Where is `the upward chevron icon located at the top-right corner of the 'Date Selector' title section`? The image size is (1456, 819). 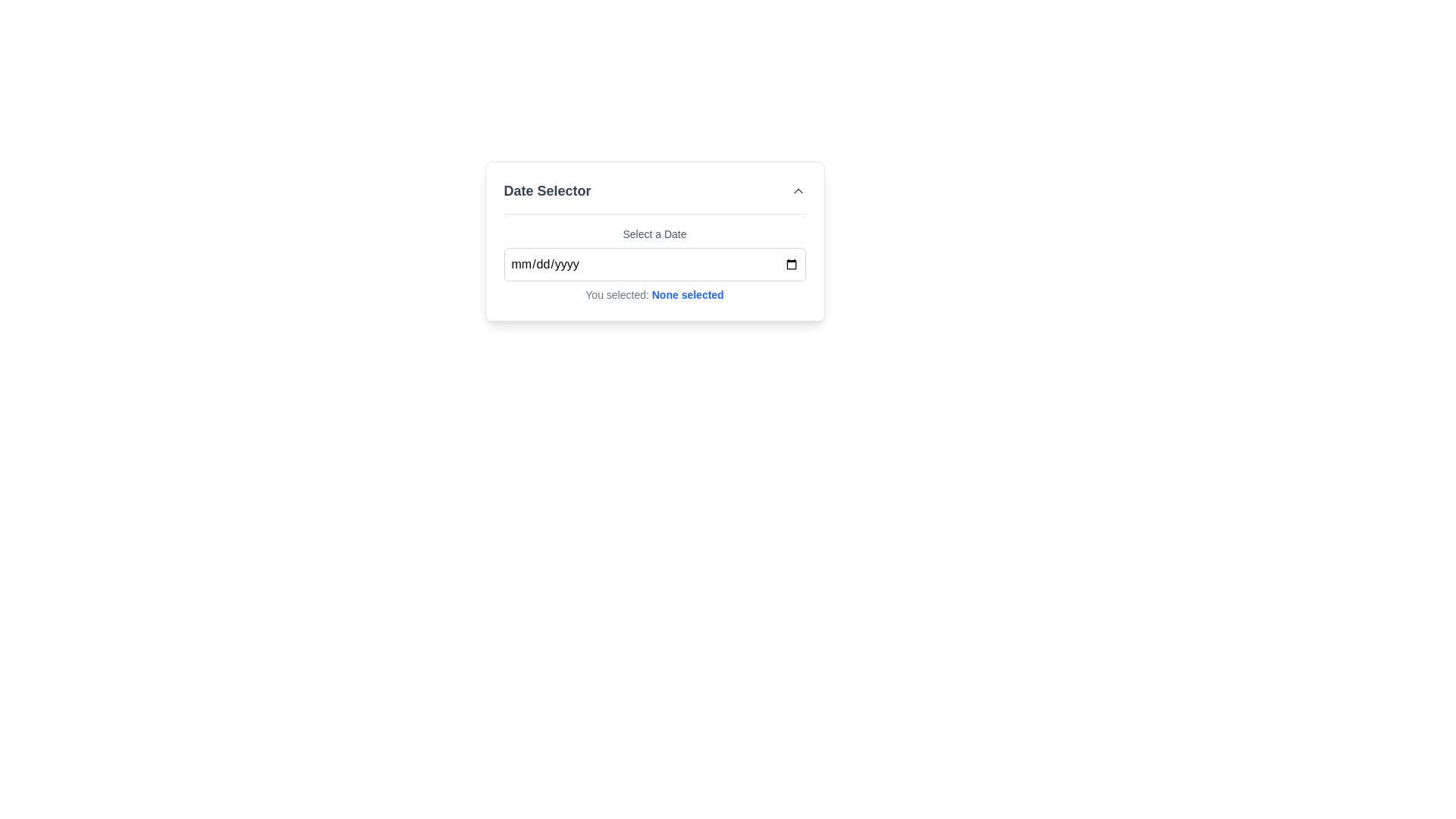 the upward chevron icon located at the top-right corner of the 'Date Selector' title section is located at coordinates (797, 190).